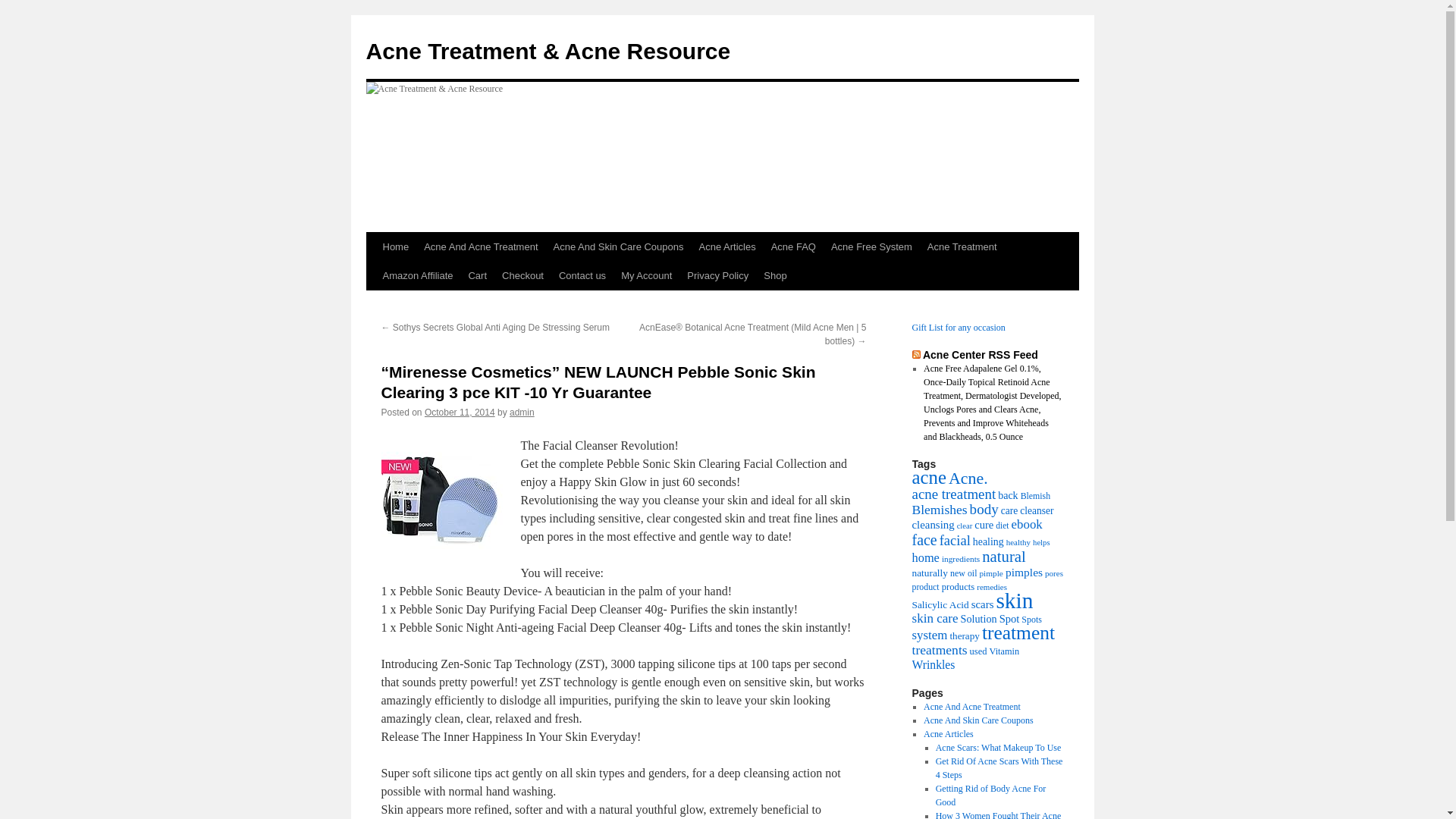 Image resolution: width=1456 pixels, height=819 pixels. What do you see at coordinates (1027, 523) in the screenshot?
I see `'ebook'` at bounding box center [1027, 523].